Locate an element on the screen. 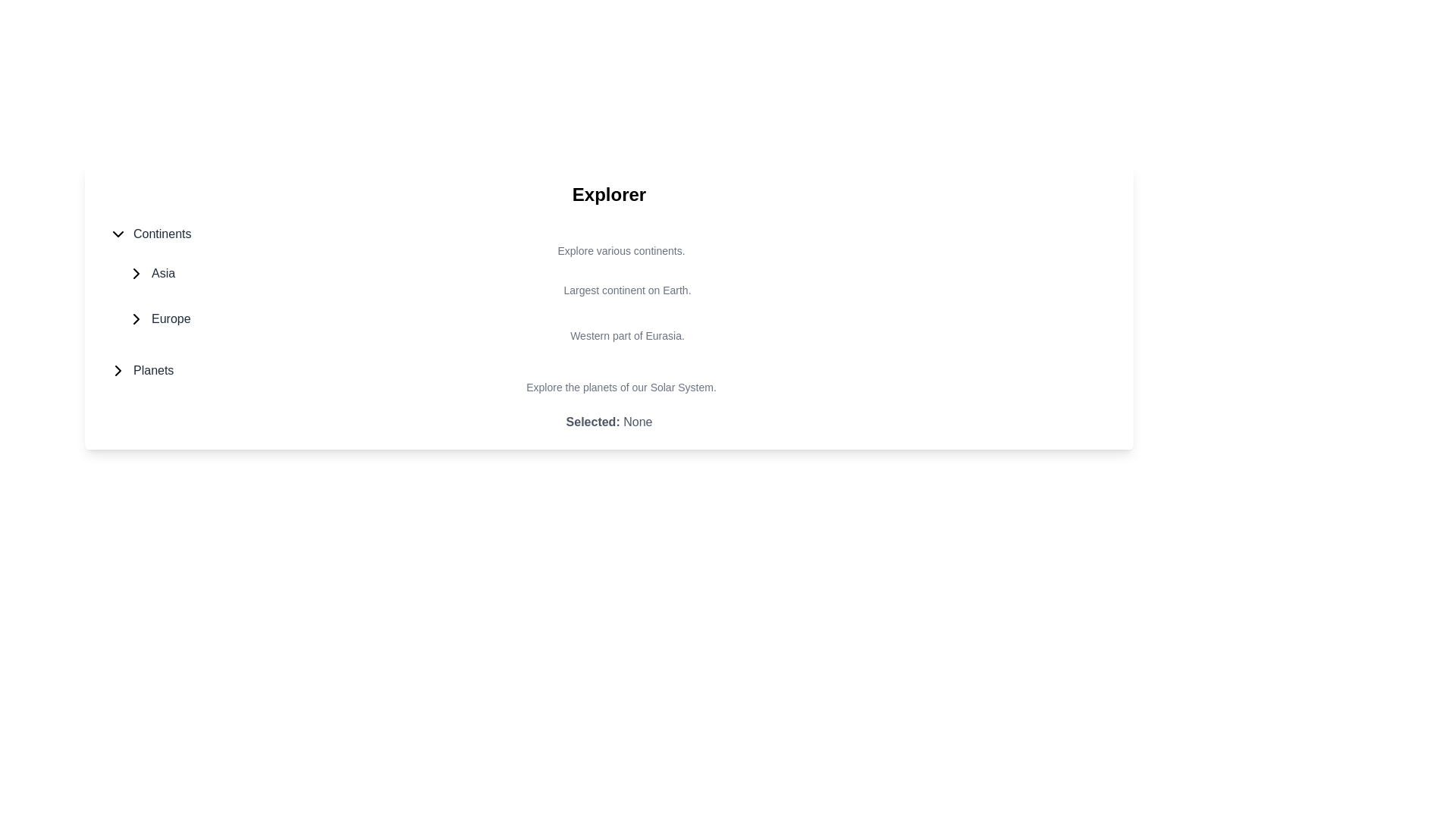  the toggle icon located to the left of the text label 'Continents' is located at coordinates (118, 234).